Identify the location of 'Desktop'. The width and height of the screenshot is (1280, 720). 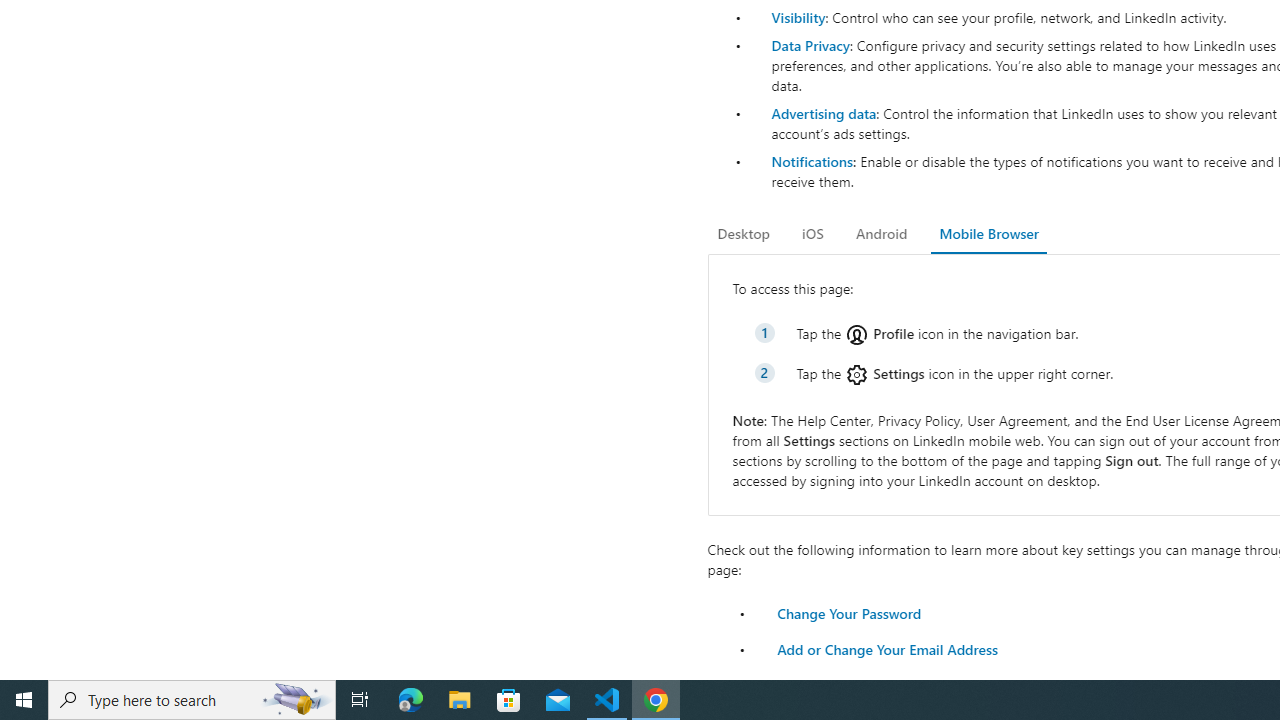
(743, 233).